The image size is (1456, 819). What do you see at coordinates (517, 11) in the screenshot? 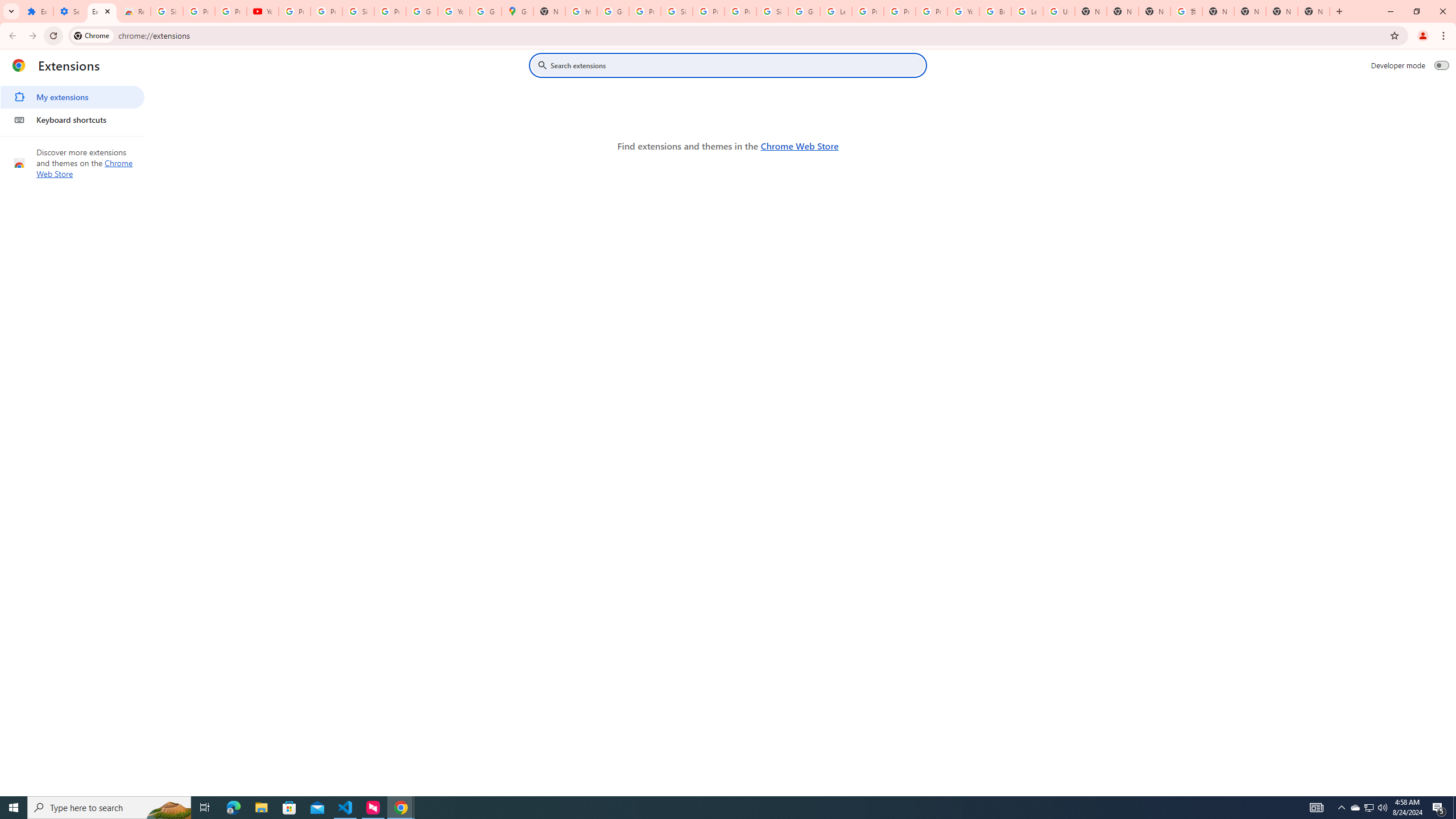
I see `'Google Maps'` at bounding box center [517, 11].